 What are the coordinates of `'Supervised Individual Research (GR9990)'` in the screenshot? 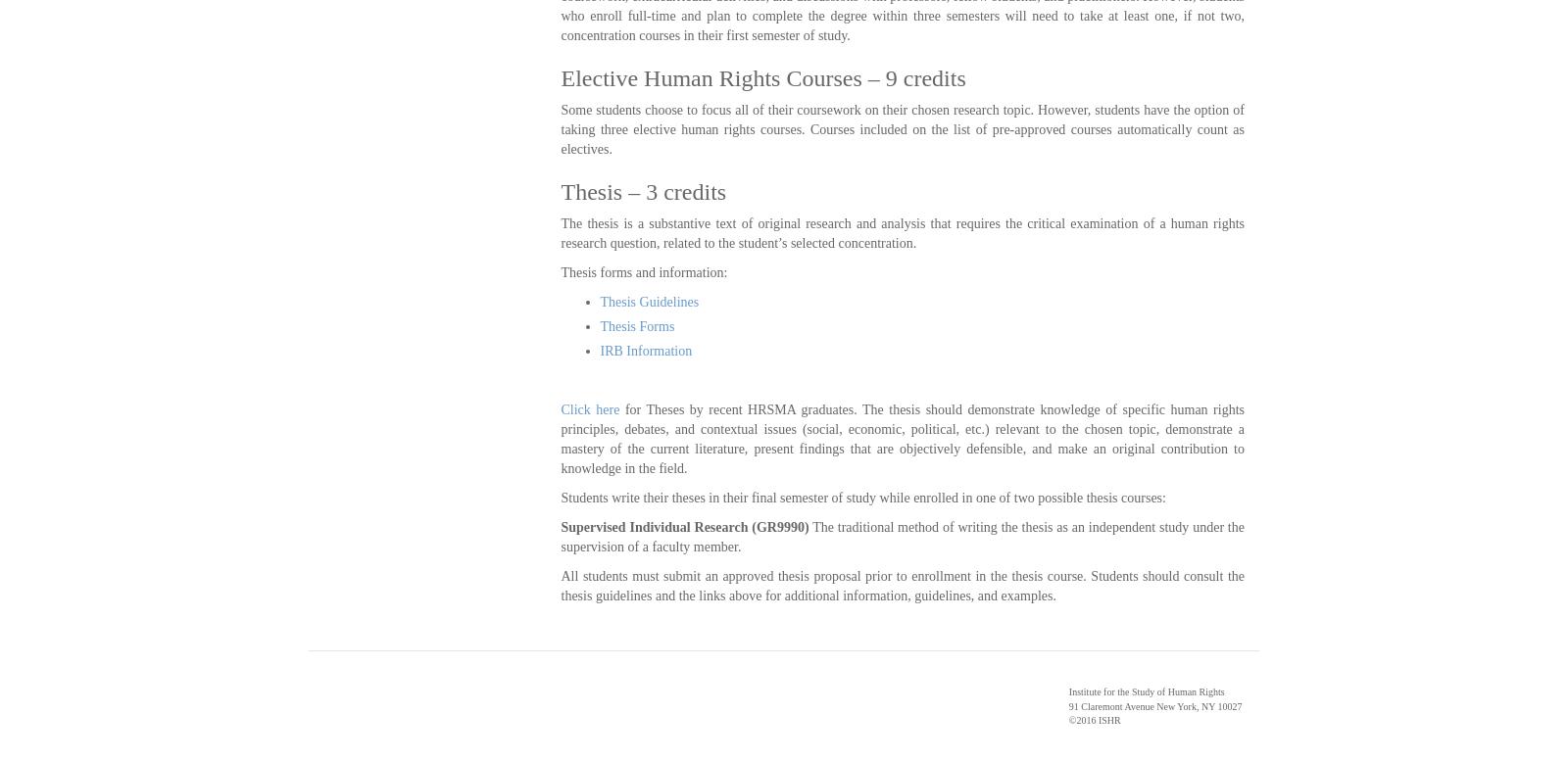 It's located at (684, 527).